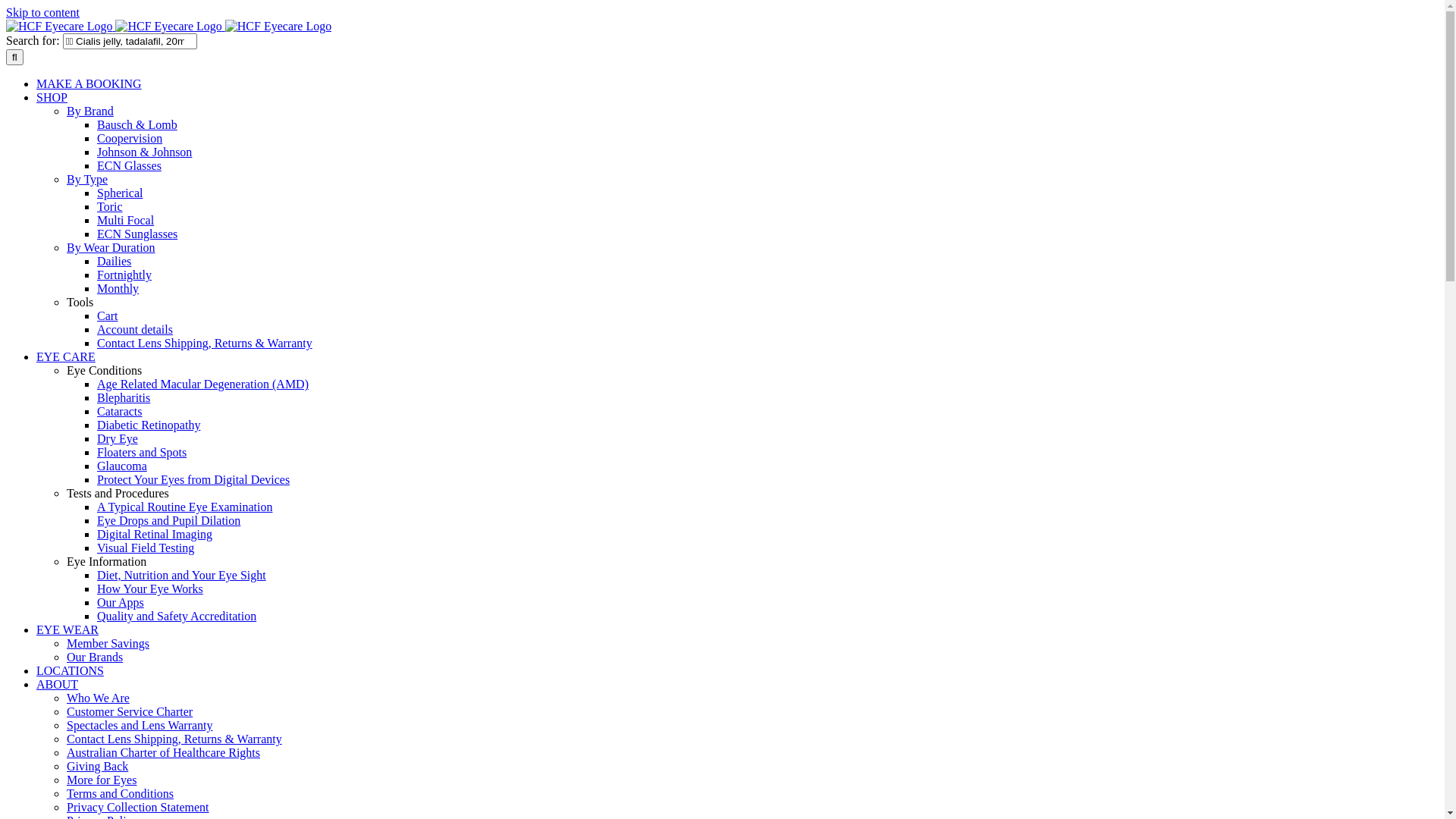 This screenshot has height=819, width=1456. What do you see at coordinates (181, 575) in the screenshot?
I see `'Diet, Nutrition and Your Eye Sight'` at bounding box center [181, 575].